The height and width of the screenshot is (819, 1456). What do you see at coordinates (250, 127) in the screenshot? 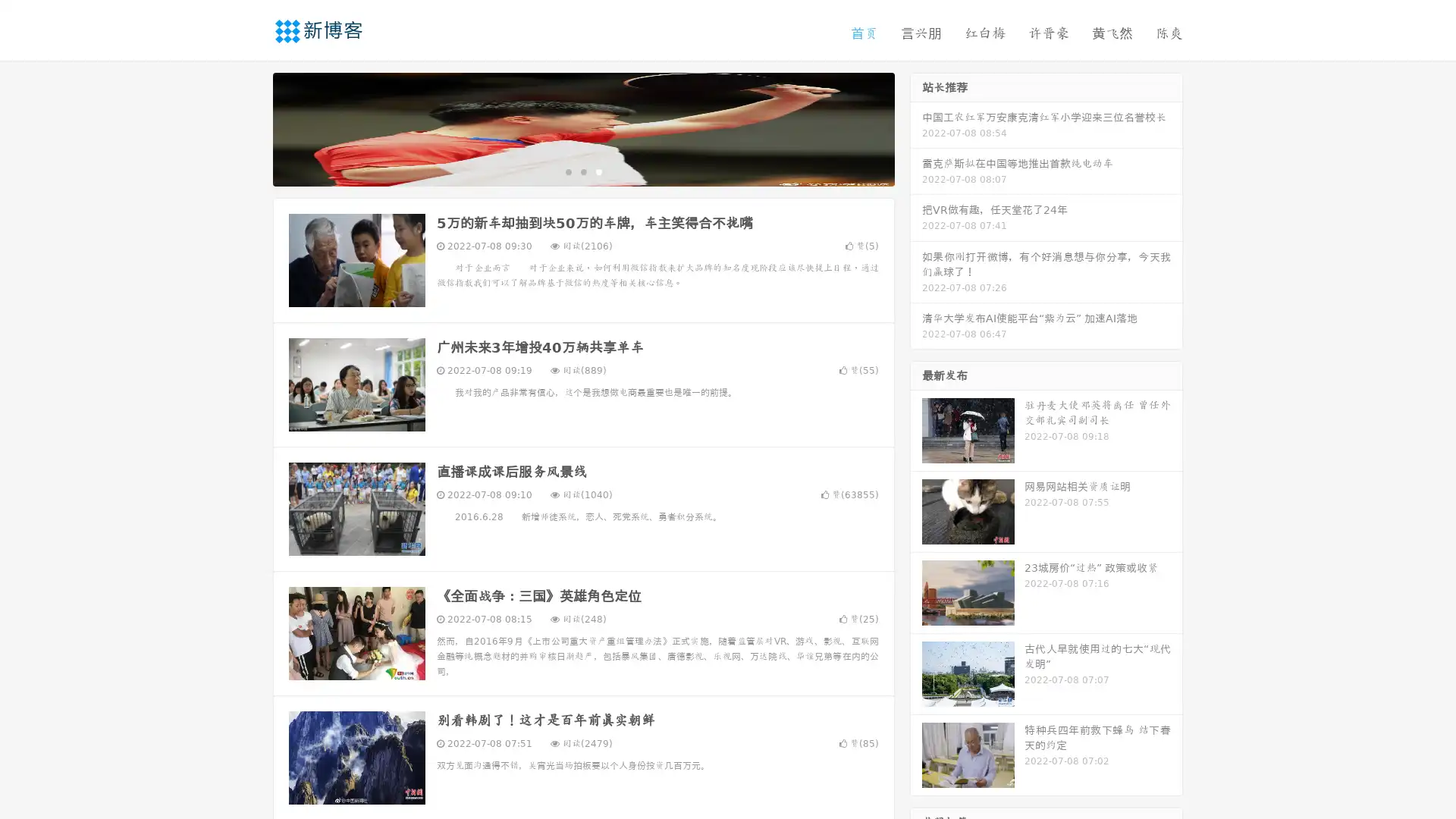
I see `Previous slide` at bounding box center [250, 127].